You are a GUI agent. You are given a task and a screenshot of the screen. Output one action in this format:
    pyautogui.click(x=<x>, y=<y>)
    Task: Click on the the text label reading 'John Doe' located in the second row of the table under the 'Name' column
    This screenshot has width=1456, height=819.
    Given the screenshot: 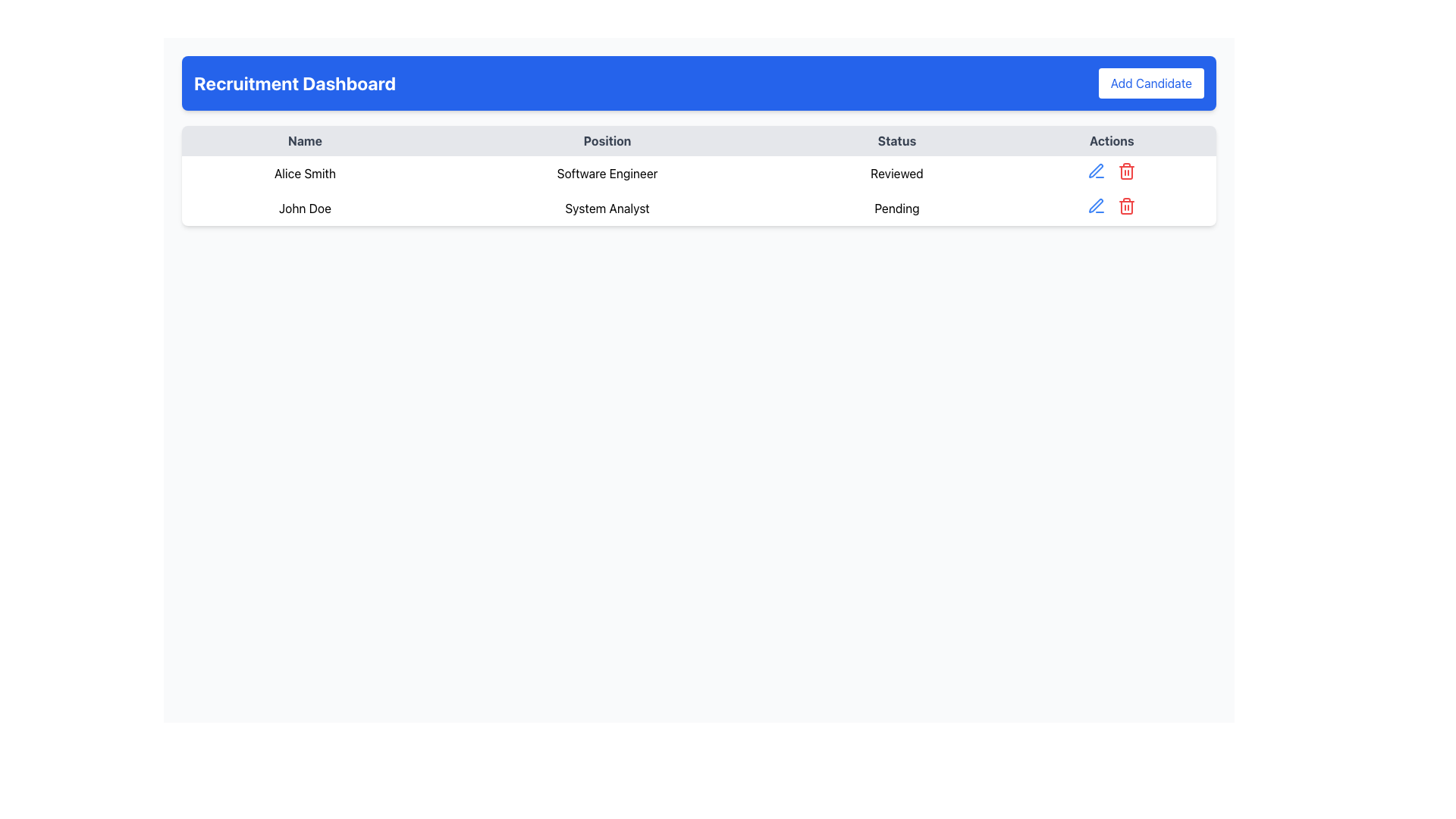 What is the action you would take?
    pyautogui.click(x=304, y=208)
    